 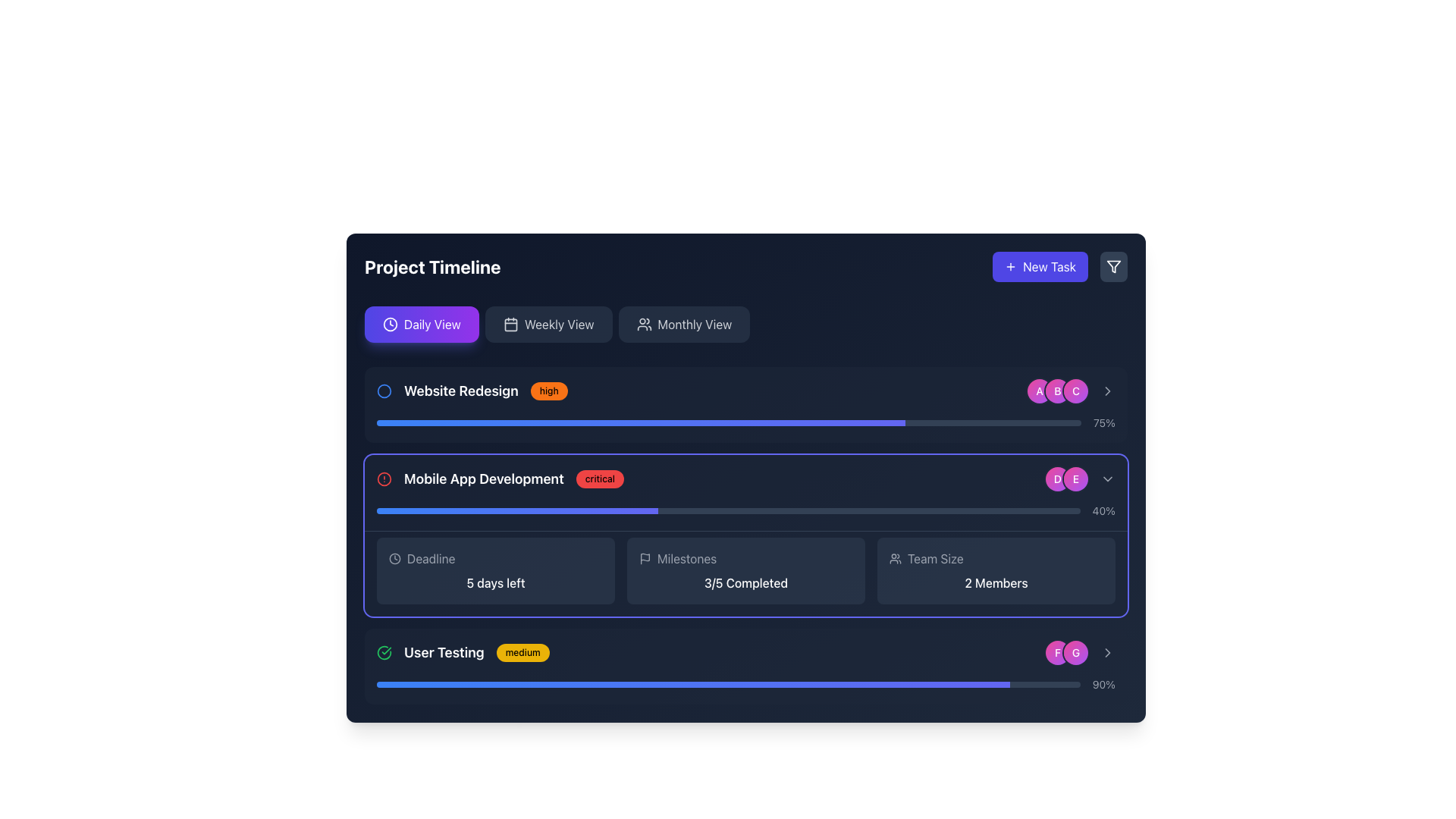 I want to click on progress, so click(x=778, y=423).